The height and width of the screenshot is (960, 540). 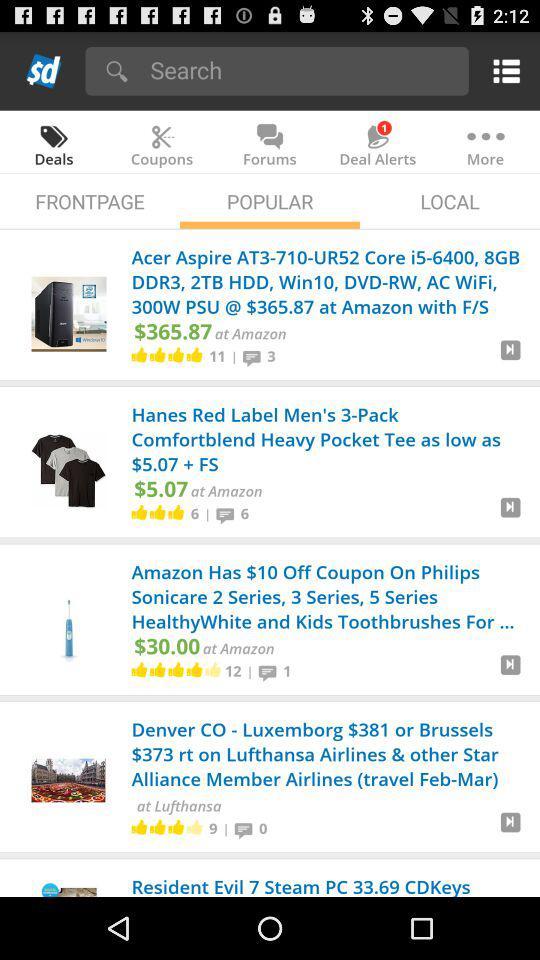 I want to click on cart, so click(x=510, y=830).